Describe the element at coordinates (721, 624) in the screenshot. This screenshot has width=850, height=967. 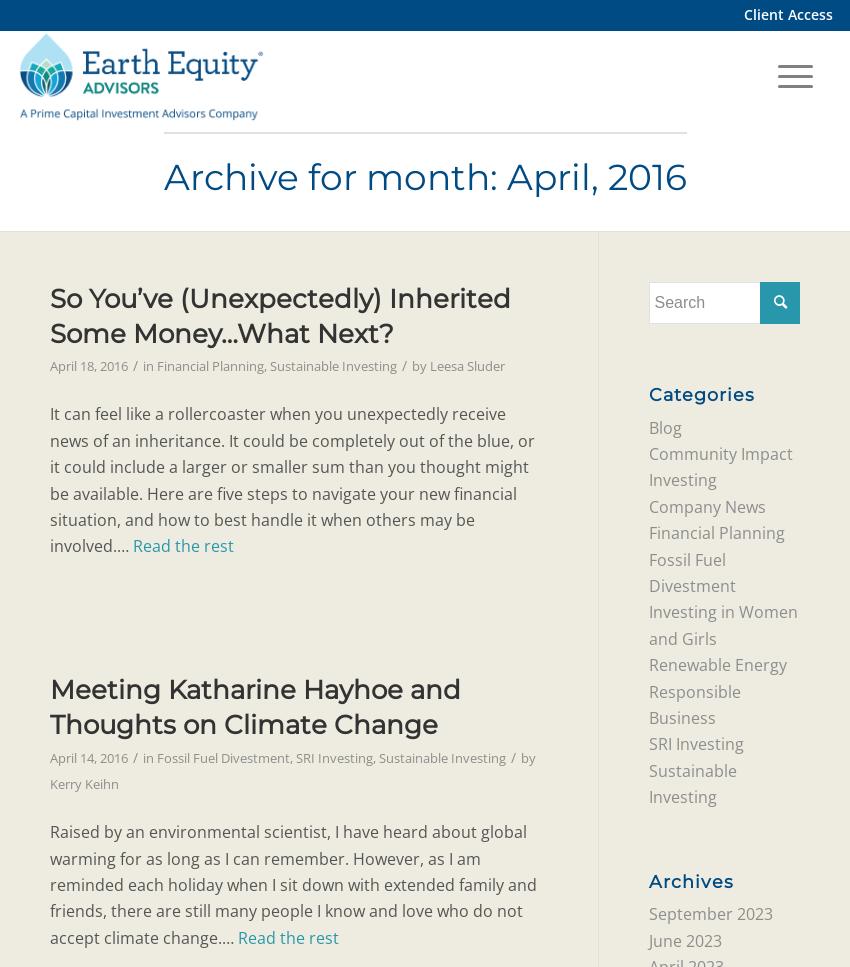
I see `'Investing in Women and Girls'` at that location.